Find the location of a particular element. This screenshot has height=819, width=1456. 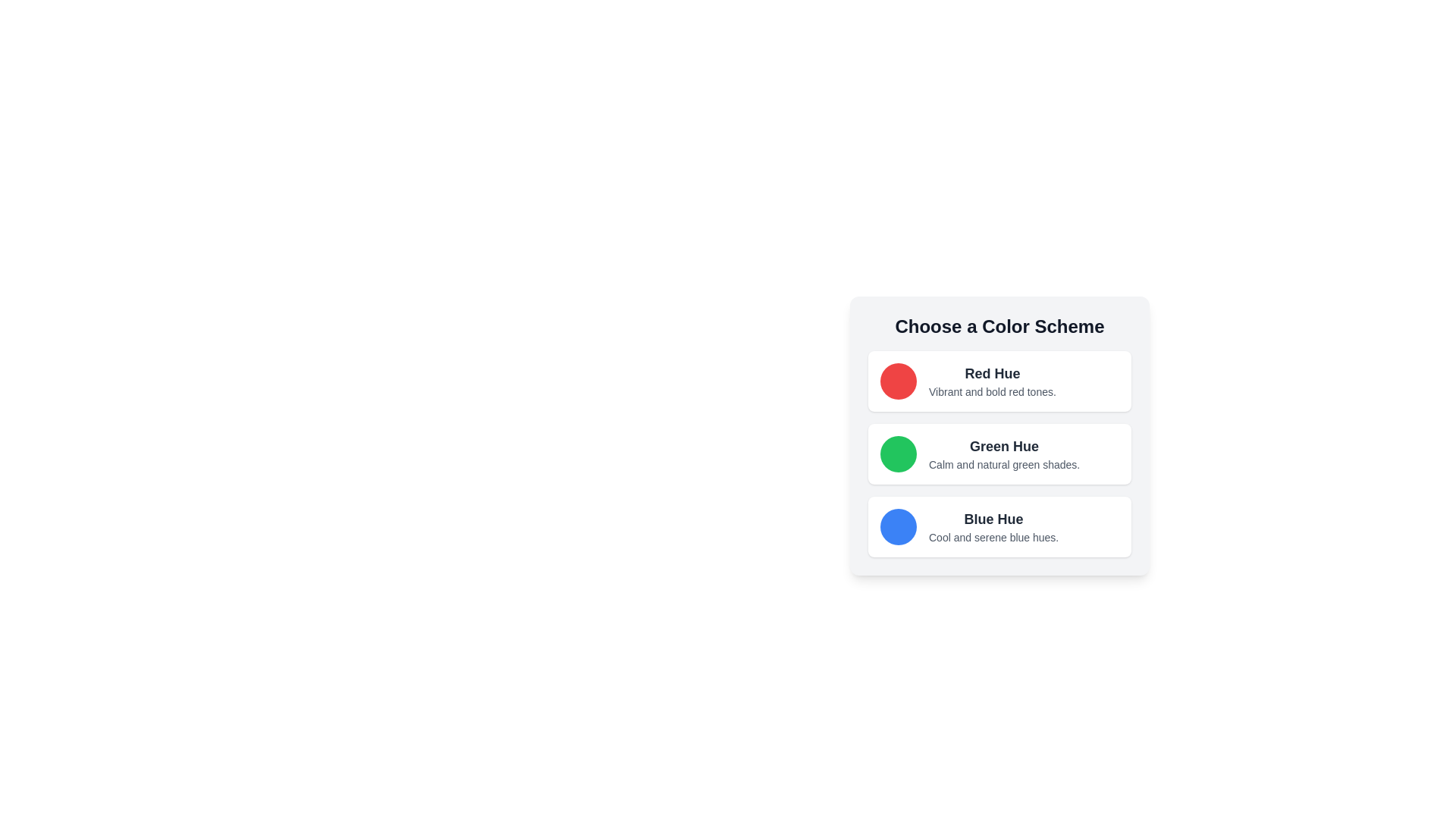

the text block displaying 'Blue Hue' and 'Cool and serene blue hues.' which is the third option in a vertical list, located beneath 'Green Hue' and to the right of a blue circular icon is located at coordinates (993, 526).